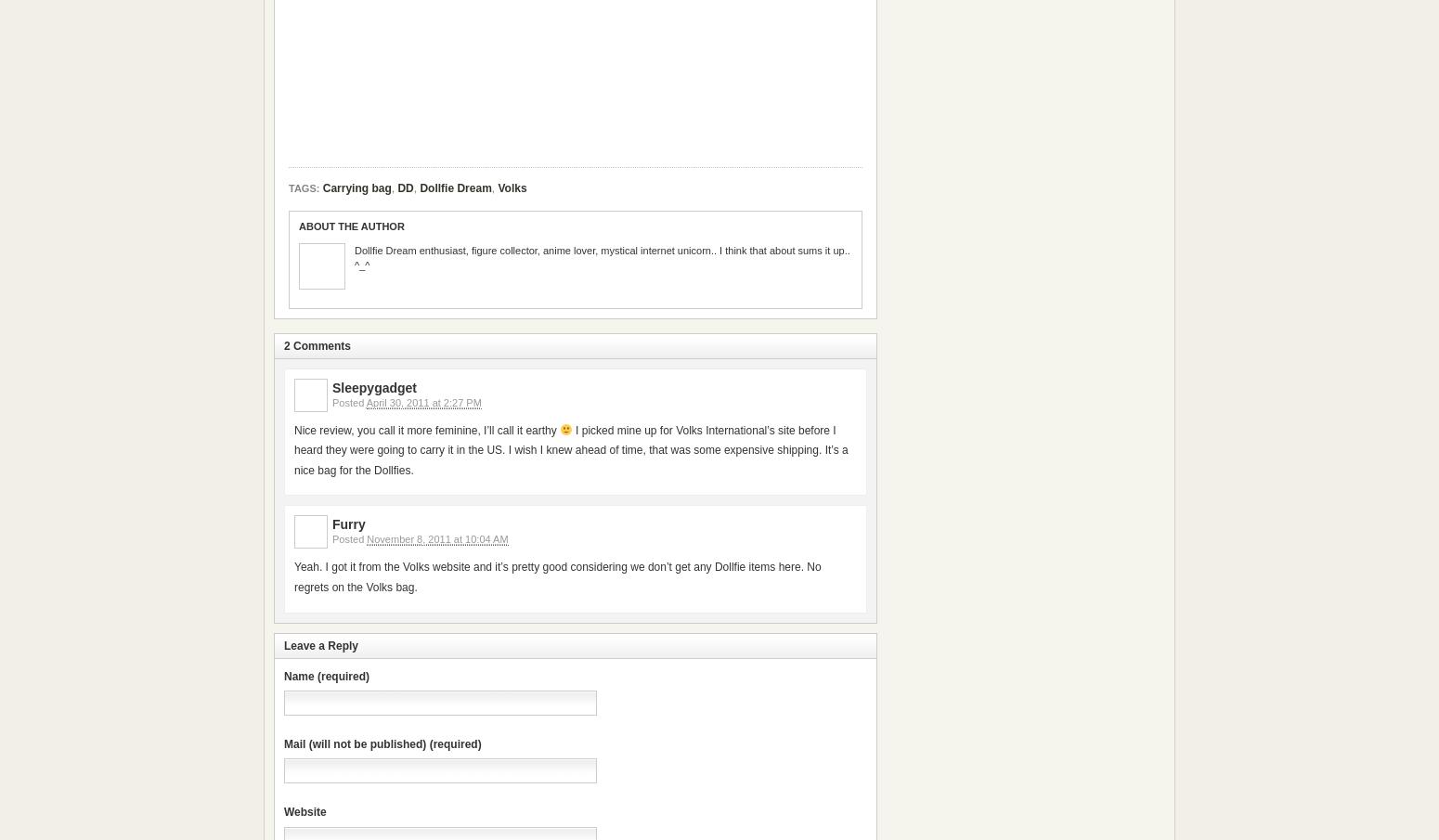  I want to click on 'Website', so click(304, 812).